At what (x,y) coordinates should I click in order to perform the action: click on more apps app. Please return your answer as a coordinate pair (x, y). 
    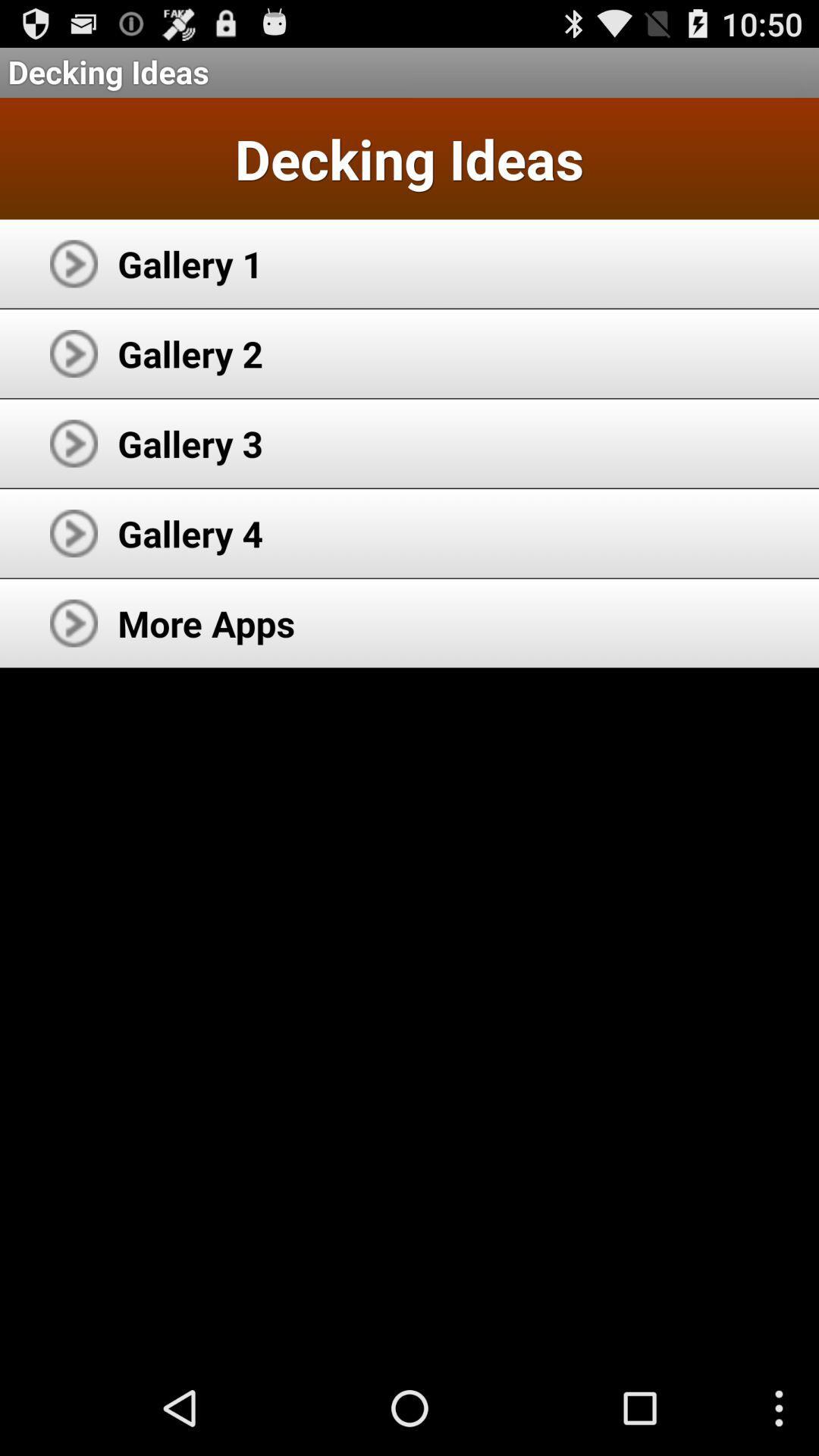
    Looking at the image, I should click on (206, 623).